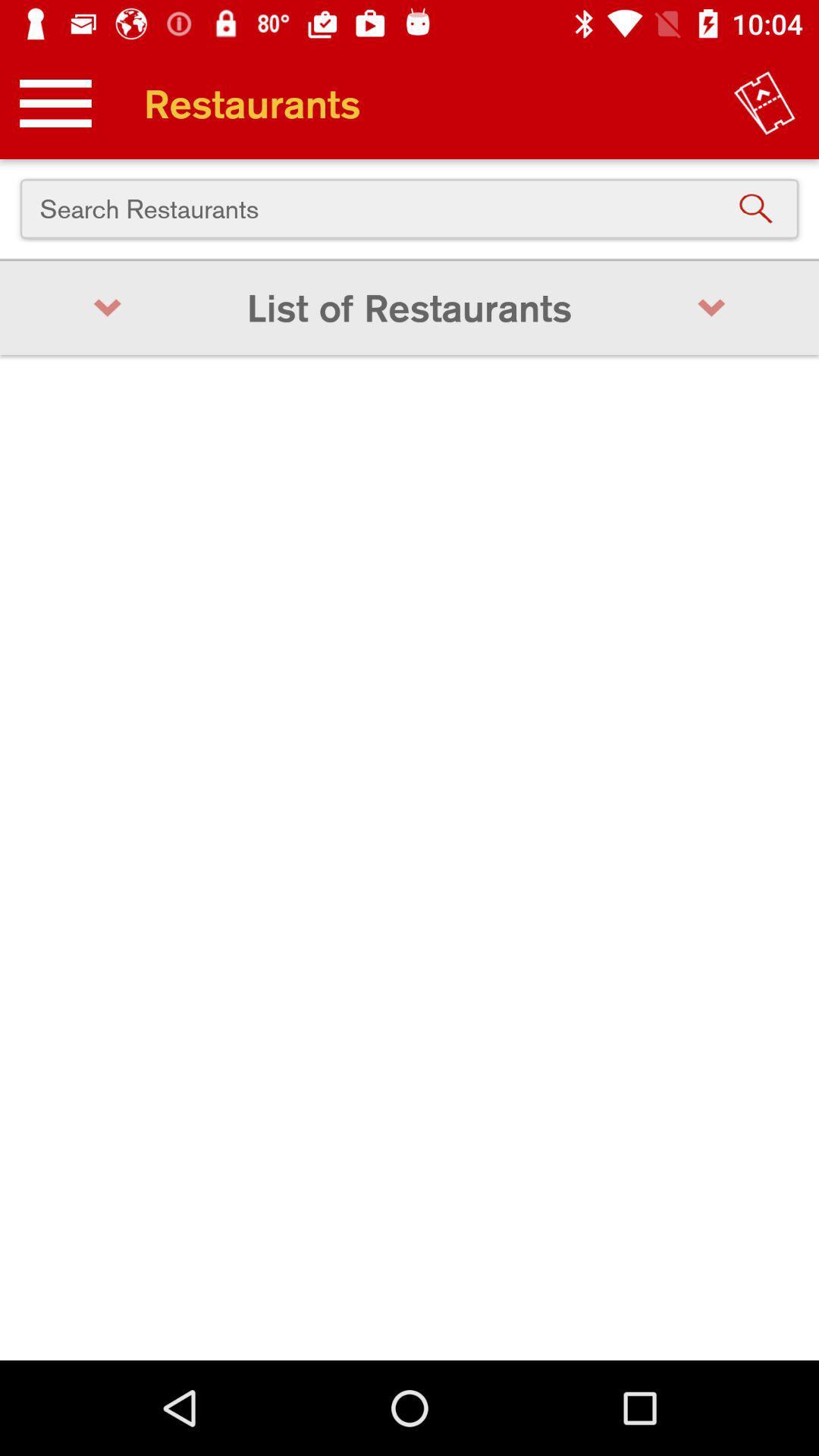 Image resolution: width=819 pixels, height=1456 pixels. What do you see at coordinates (764, 102) in the screenshot?
I see `item to the right of restaurants item` at bounding box center [764, 102].